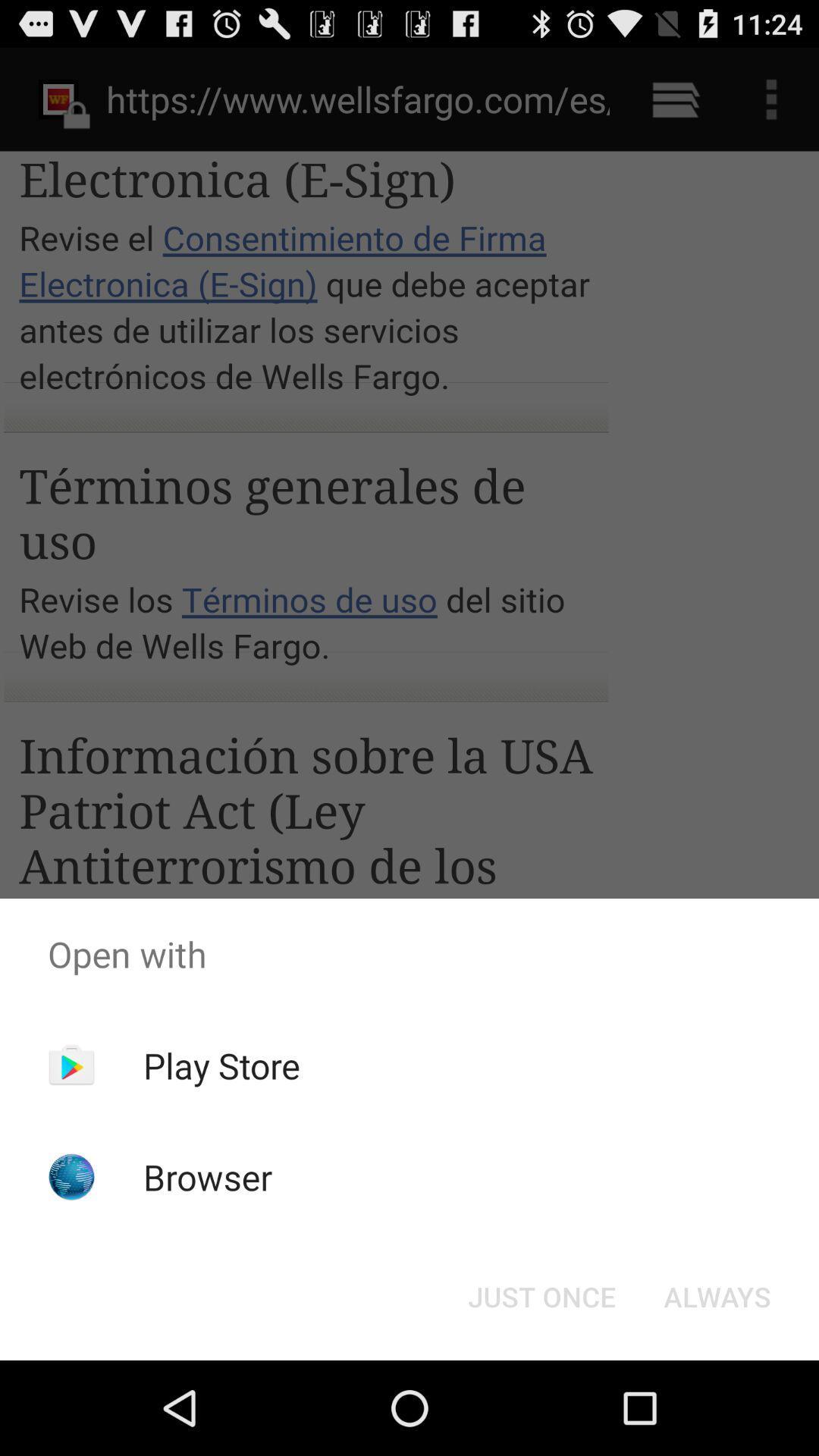 The image size is (819, 1456). Describe the element at coordinates (717, 1295) in the screenshot. I see `item next to just once icon` at that location.